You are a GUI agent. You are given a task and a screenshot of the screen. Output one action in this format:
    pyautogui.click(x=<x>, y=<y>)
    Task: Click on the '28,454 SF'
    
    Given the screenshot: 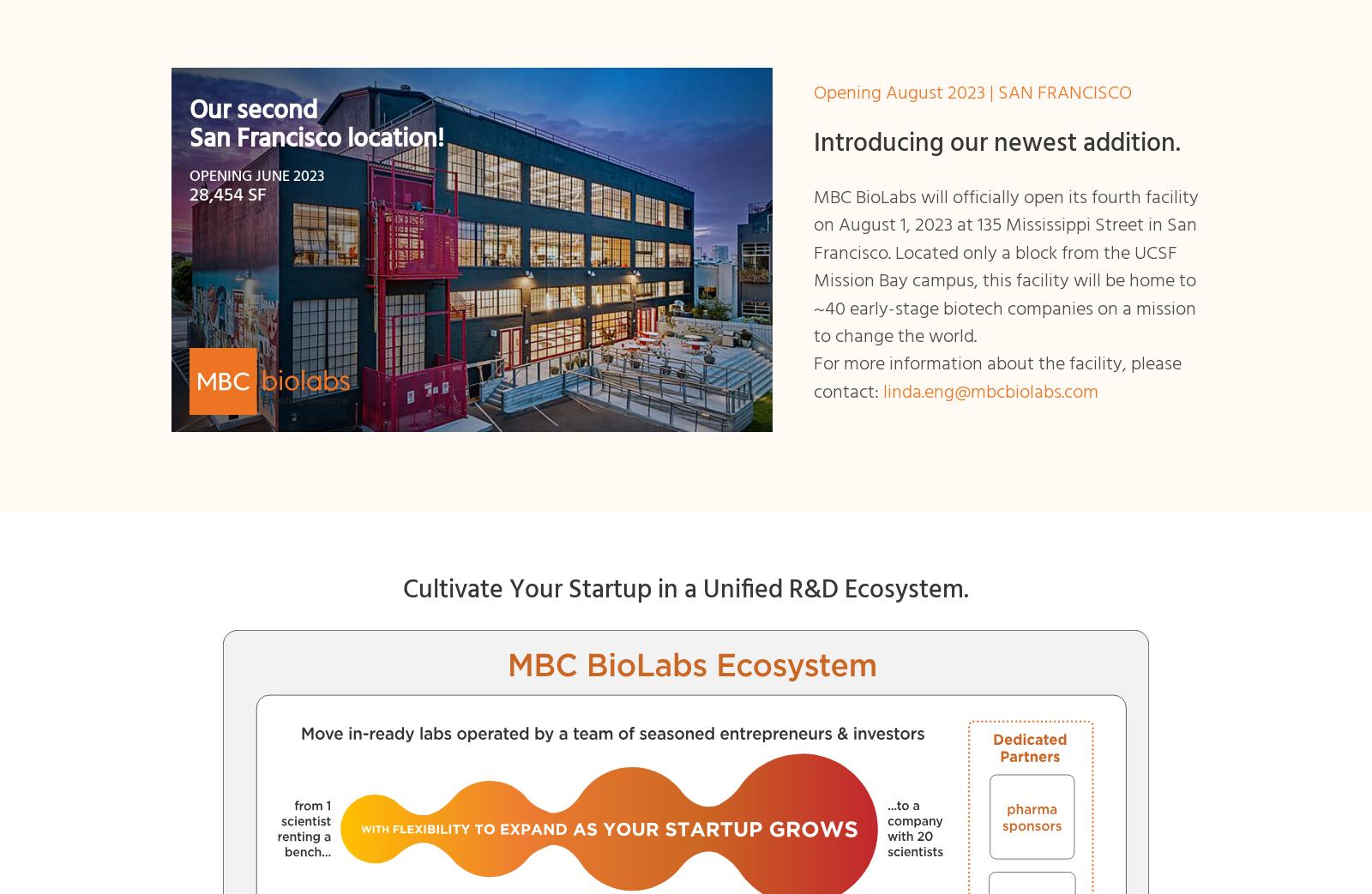 What is the action you would take?
    pyautogui.click(x=228, y=192)
    